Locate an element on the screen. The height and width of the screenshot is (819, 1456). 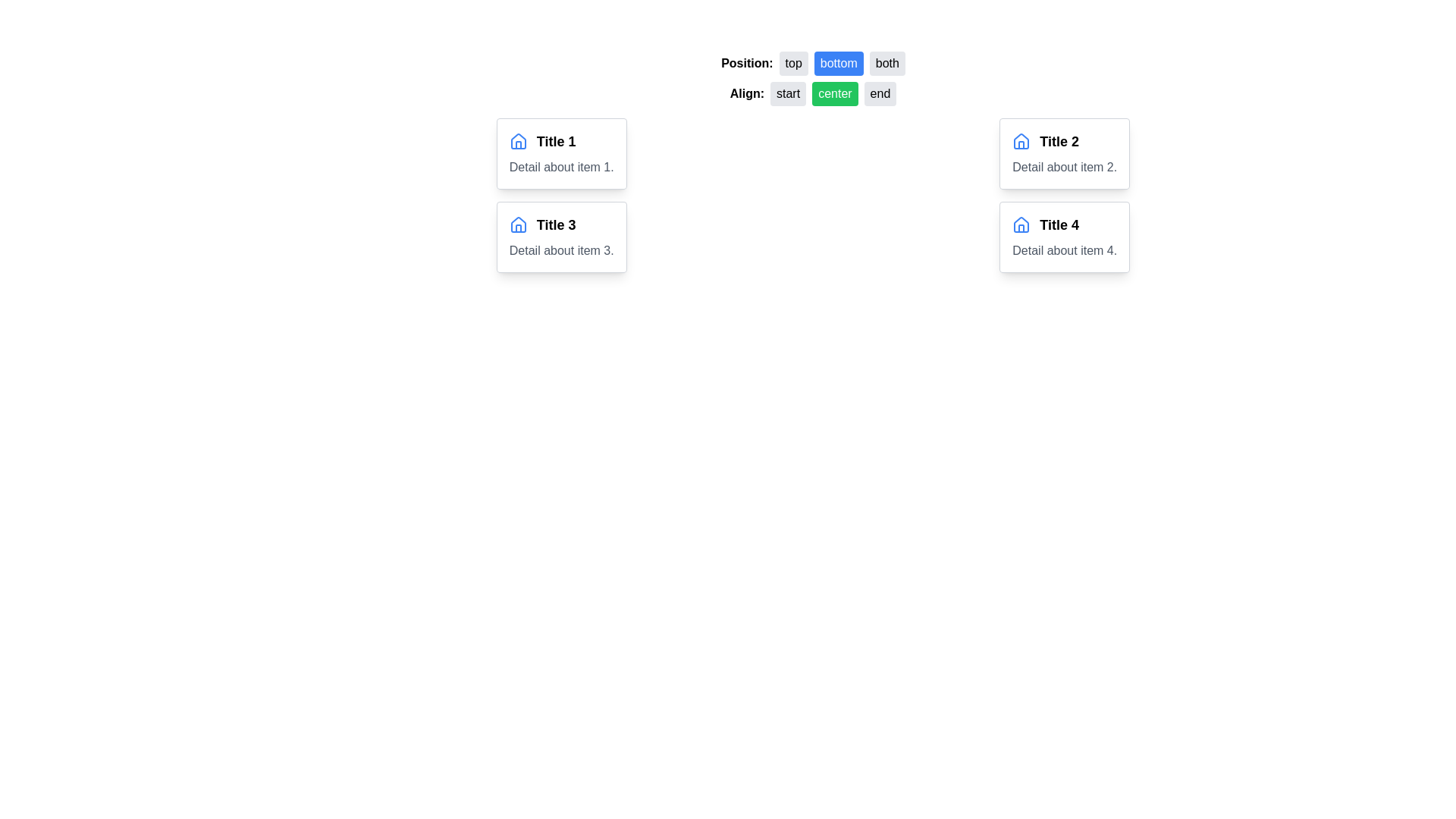
the descriptive Text label for alignment options positioned before the buttons labeled 'start', 'center', and 'end' is located at coordinates (747, 93).